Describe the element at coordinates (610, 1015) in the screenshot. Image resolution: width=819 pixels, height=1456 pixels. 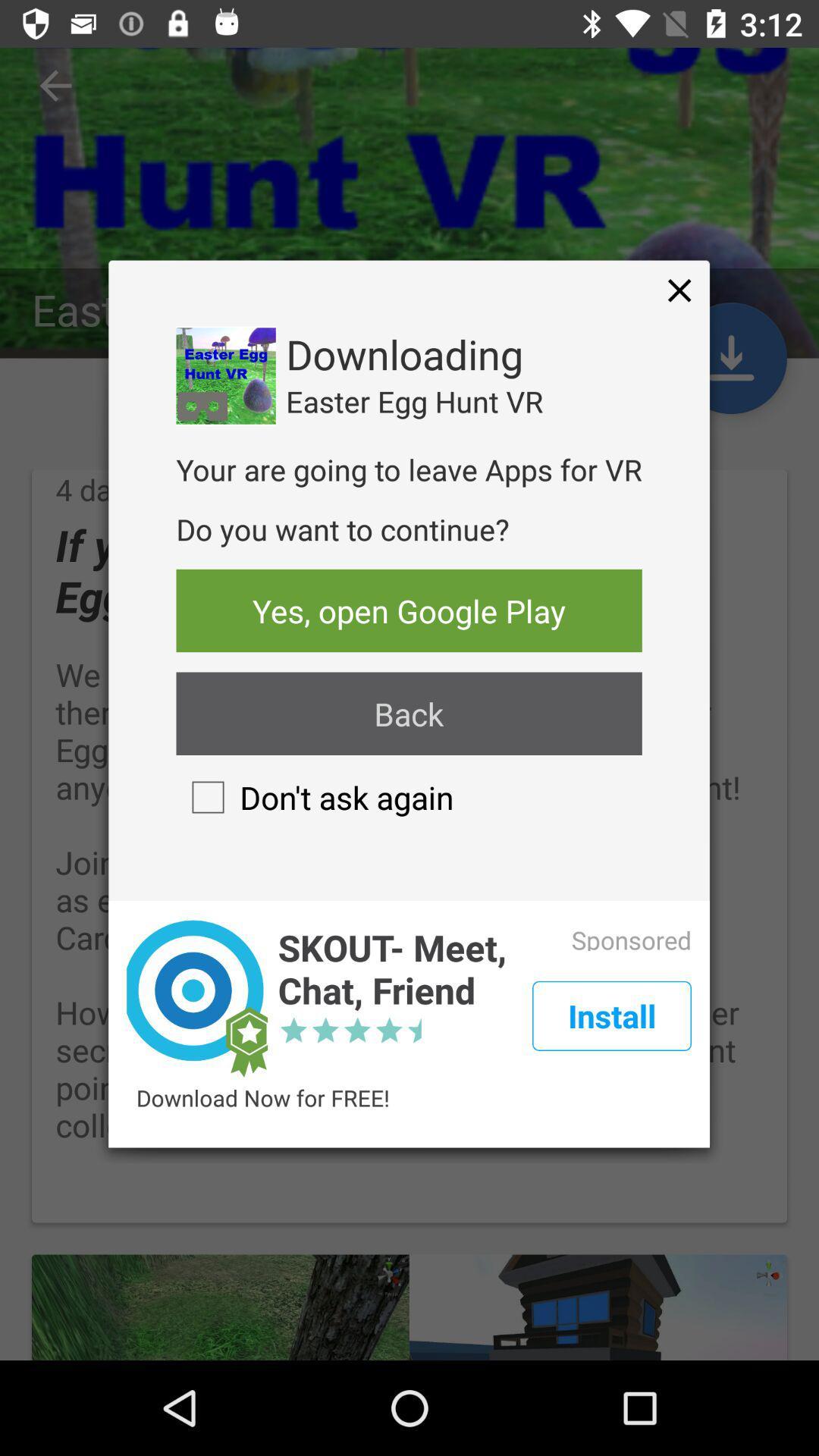
I see `the item next to the skout meet chat item` at that location.